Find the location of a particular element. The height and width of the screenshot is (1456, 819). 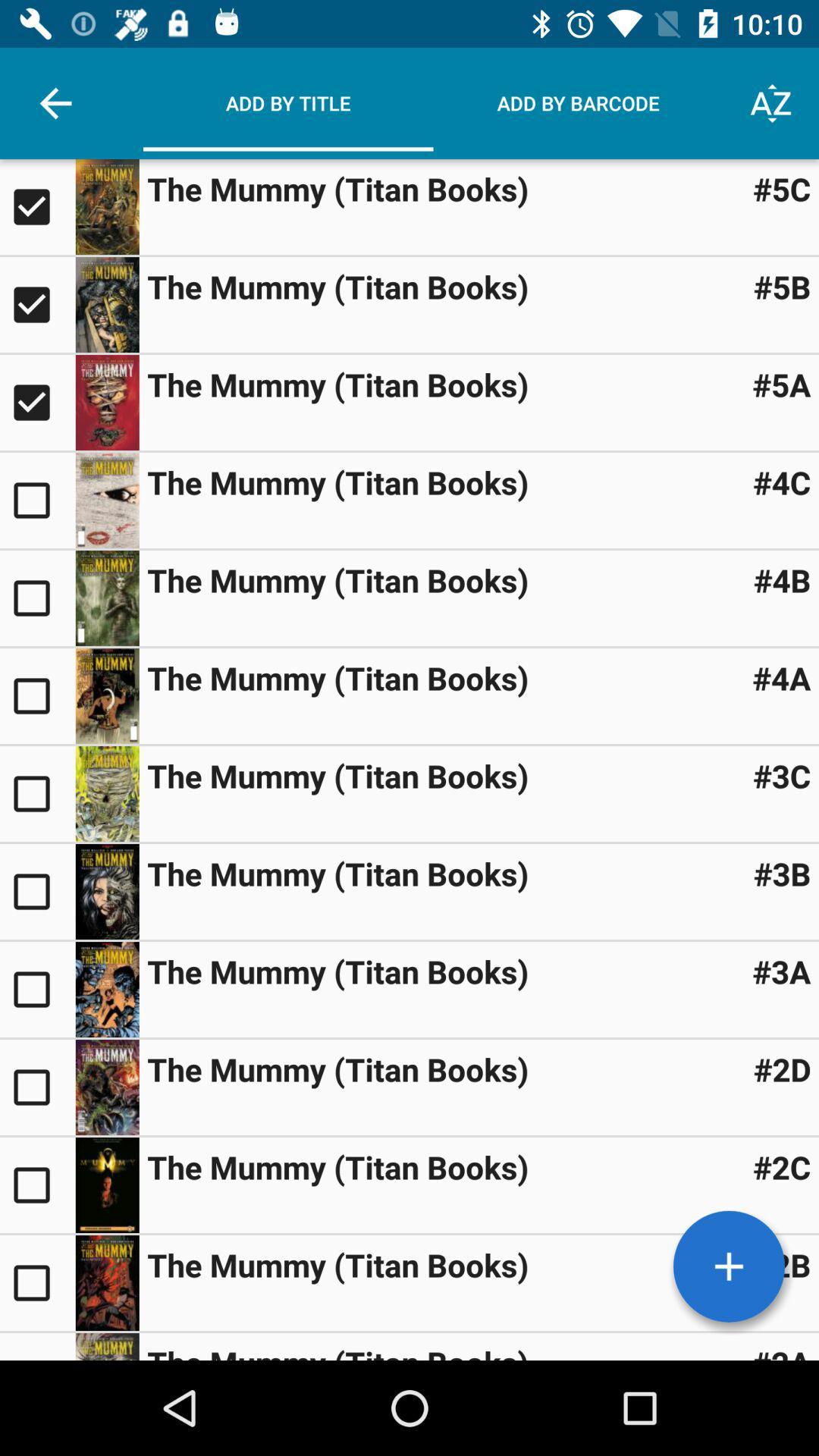

the icon above the #4a item is located at coordinates (782, 579).